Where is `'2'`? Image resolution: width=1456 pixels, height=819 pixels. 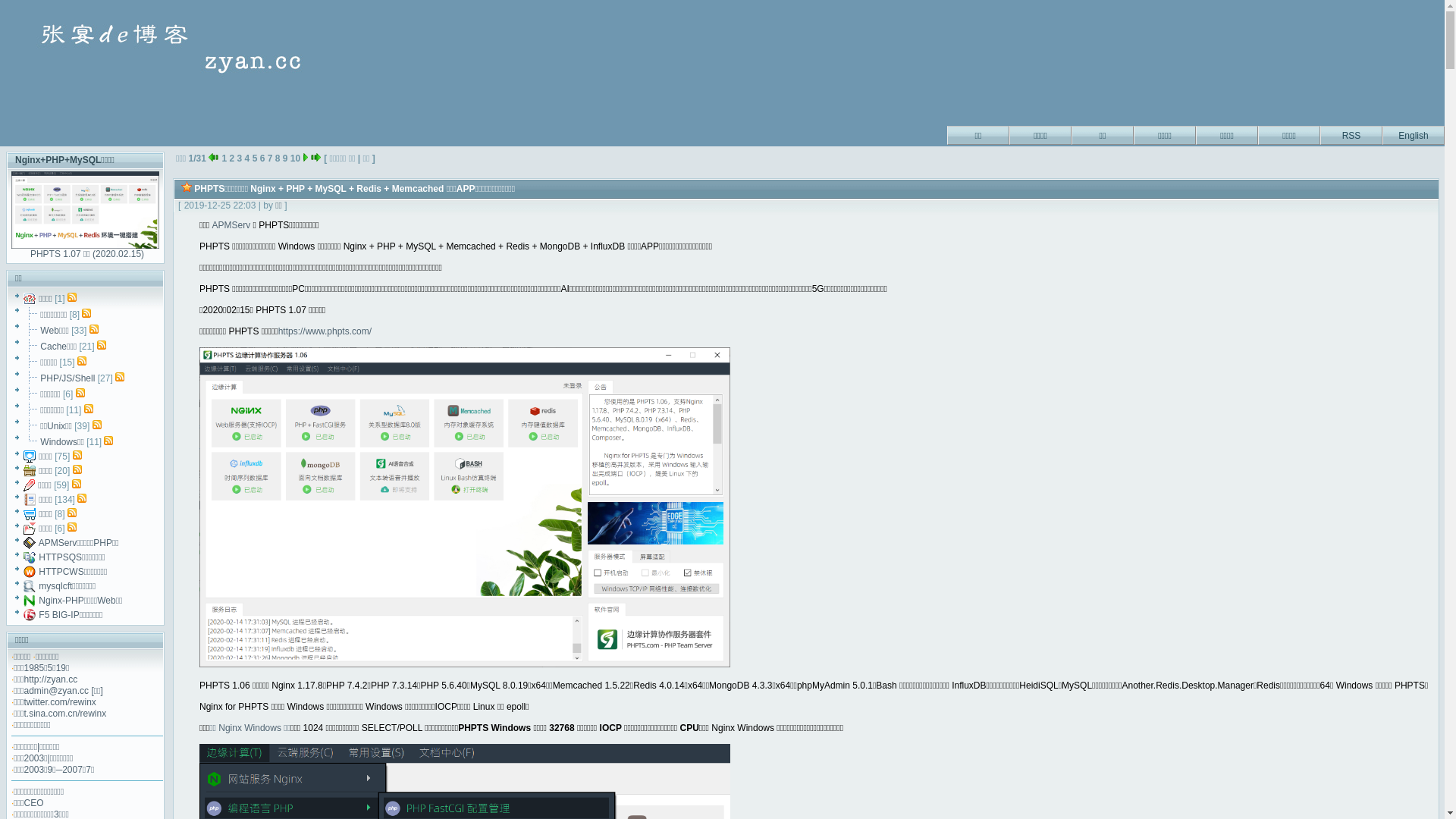 '2' is located at coordinates (231, 158).